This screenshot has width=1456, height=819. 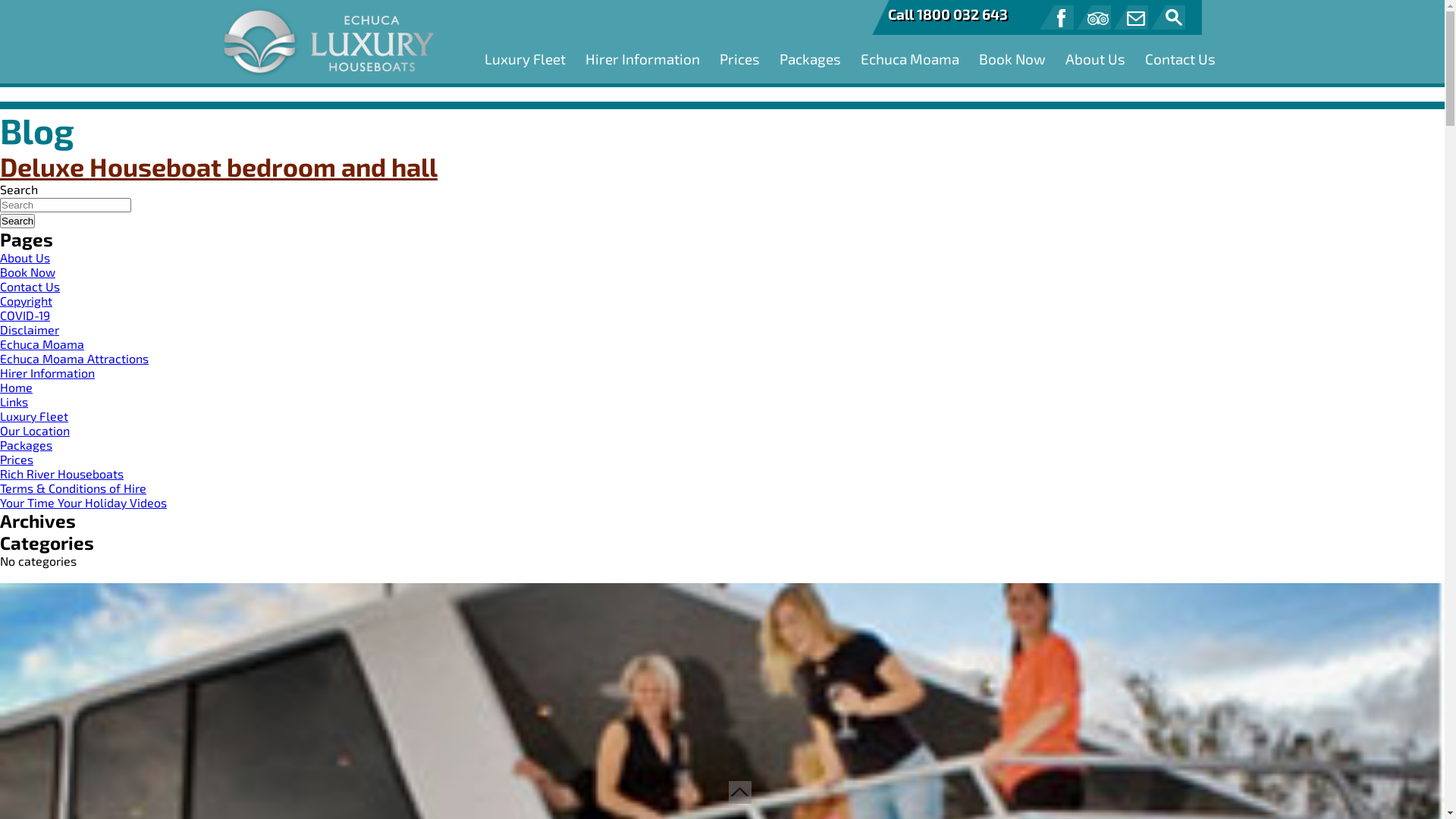 What do you see at coordinates (0, 400) in the screenshot?
I see `'Links'` at bounding box center [0, 400].